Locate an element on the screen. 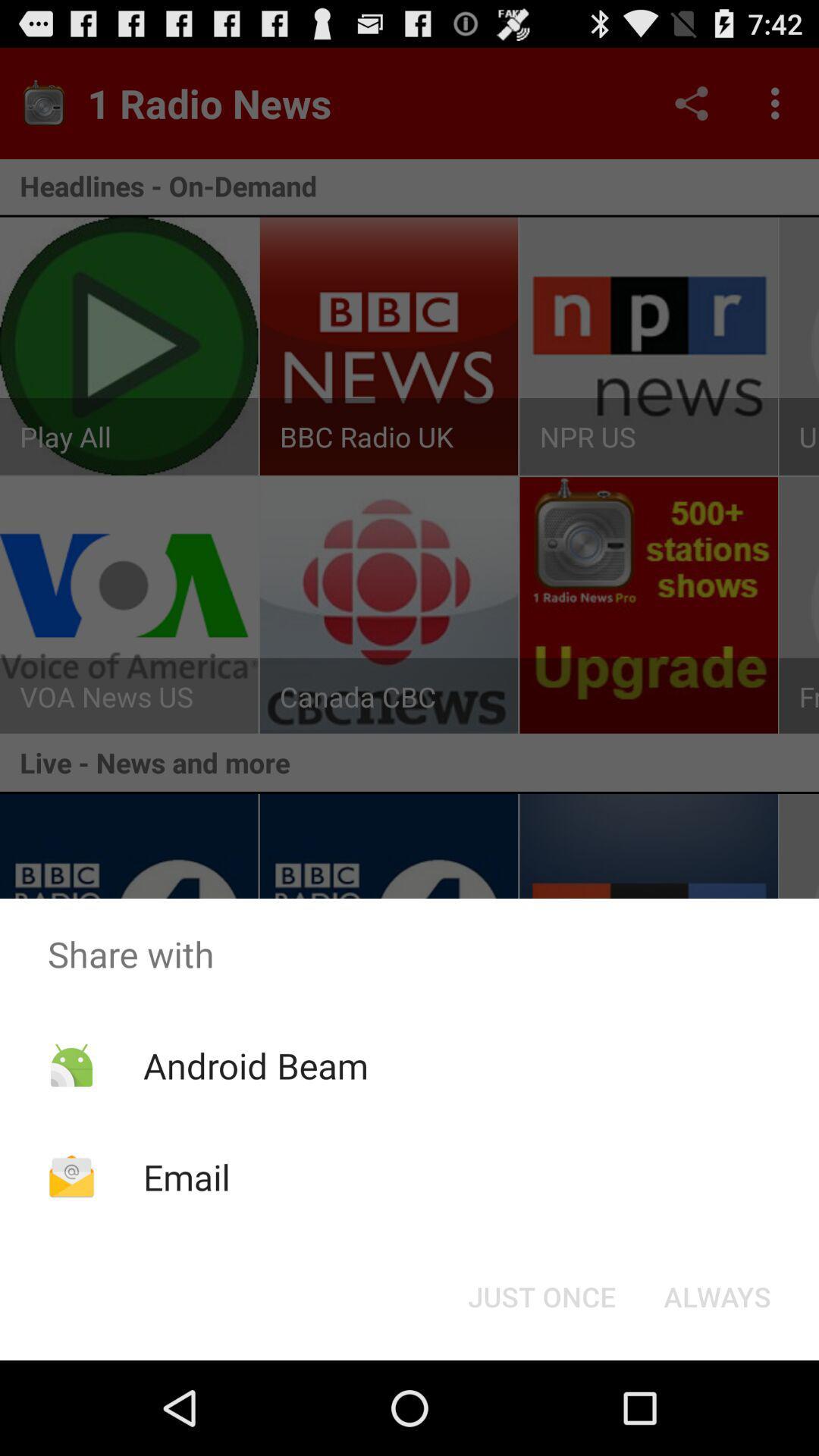 This screenshot has width=819, height=1456. the icon next to always button is located at coordinates (541, 1295).